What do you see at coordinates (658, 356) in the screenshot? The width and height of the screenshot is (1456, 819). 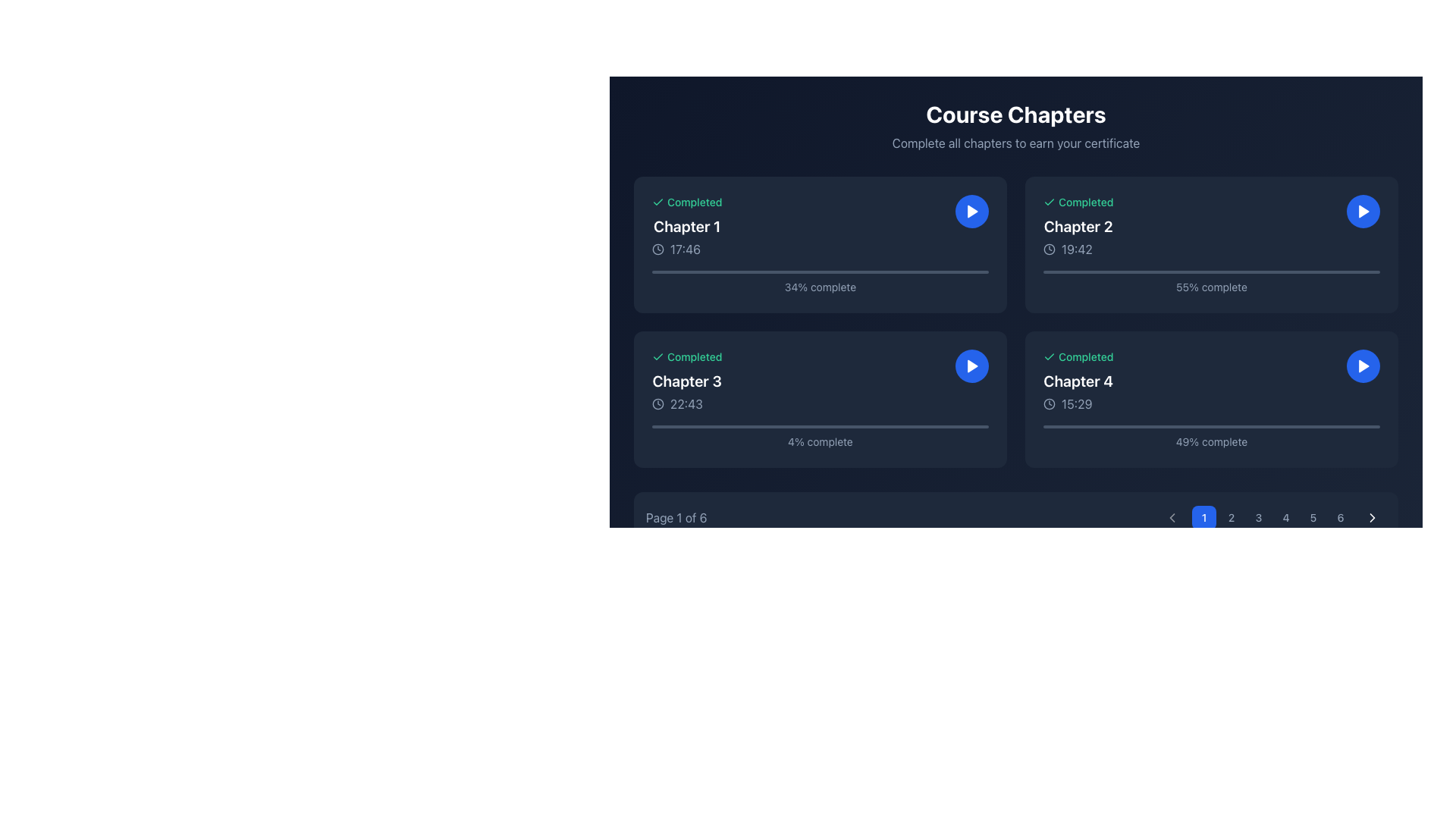 I see `the green check icon indicating completion status, positioned at the top left corner of the 'Completed' text in the course chapter status group` at bounding box center [658, 356].